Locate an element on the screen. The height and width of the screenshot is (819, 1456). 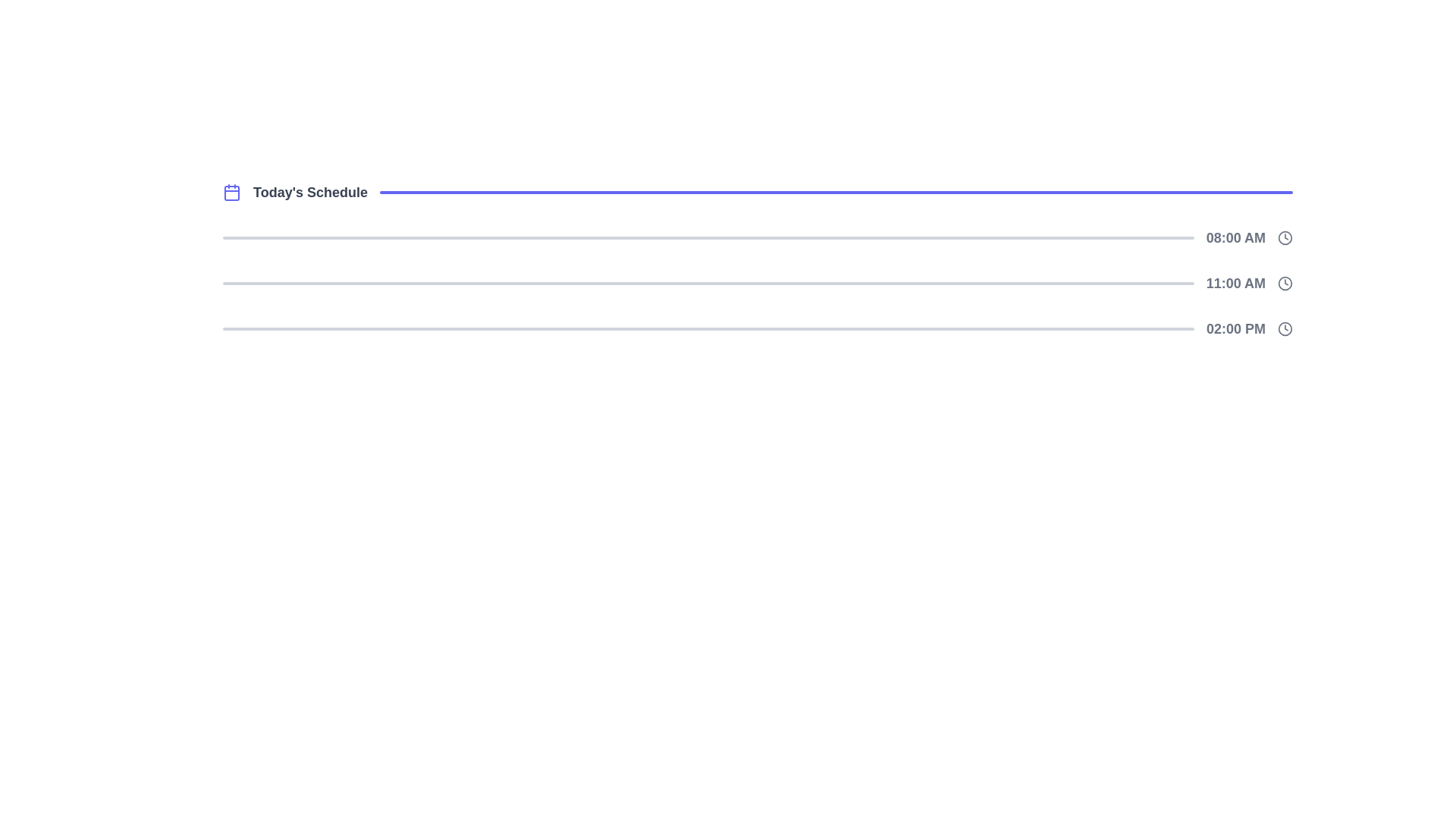
the circular graphic element of the clock icon, which has a thin black border and is positioned to the right of the '11:00 AM' text in the schedule interface is located at coordinates (1284, 284).